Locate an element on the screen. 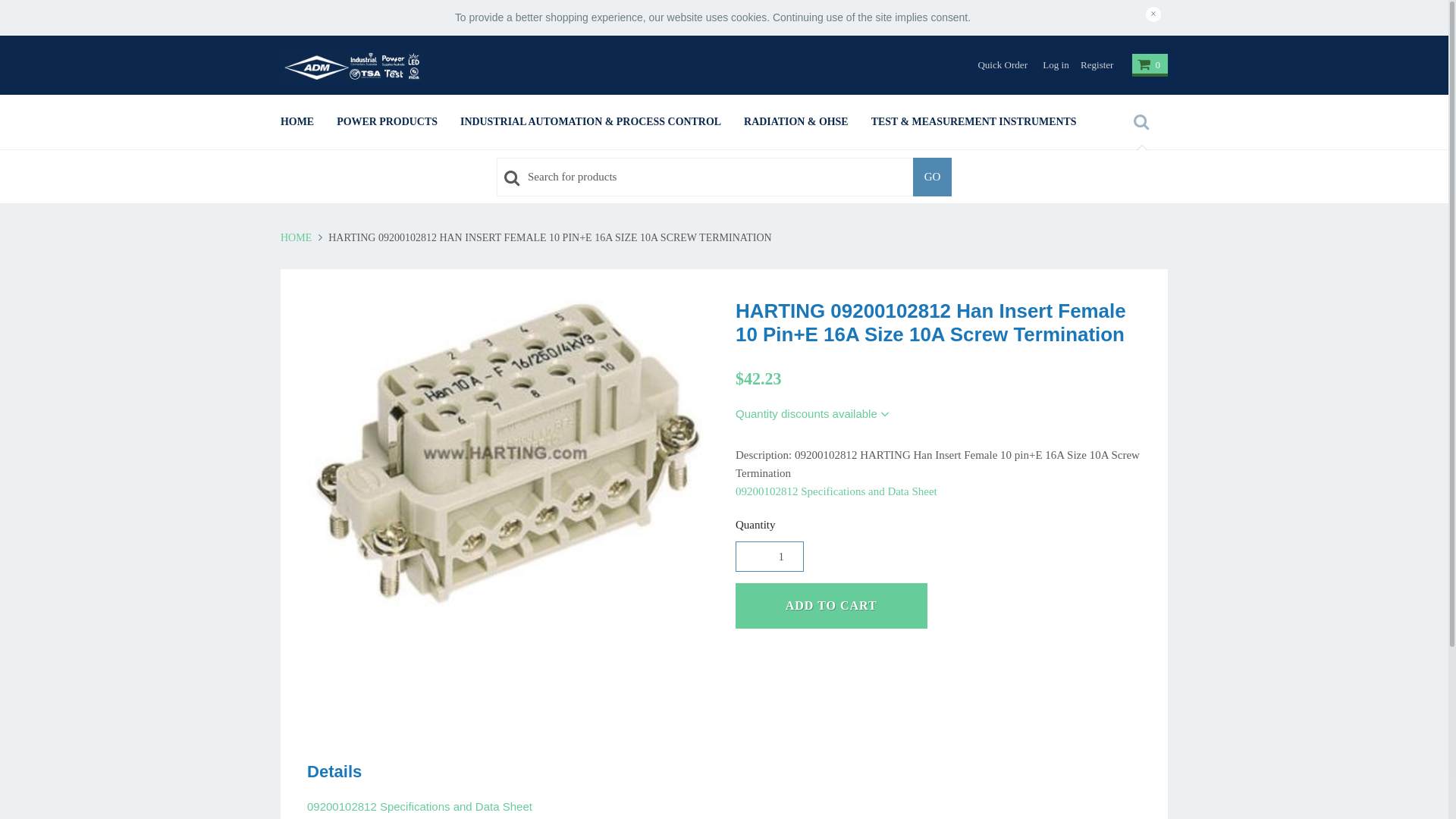 The width and height of the screenshot is (1456, 819). 'Quick Order' is located at coordinates (996, 64).